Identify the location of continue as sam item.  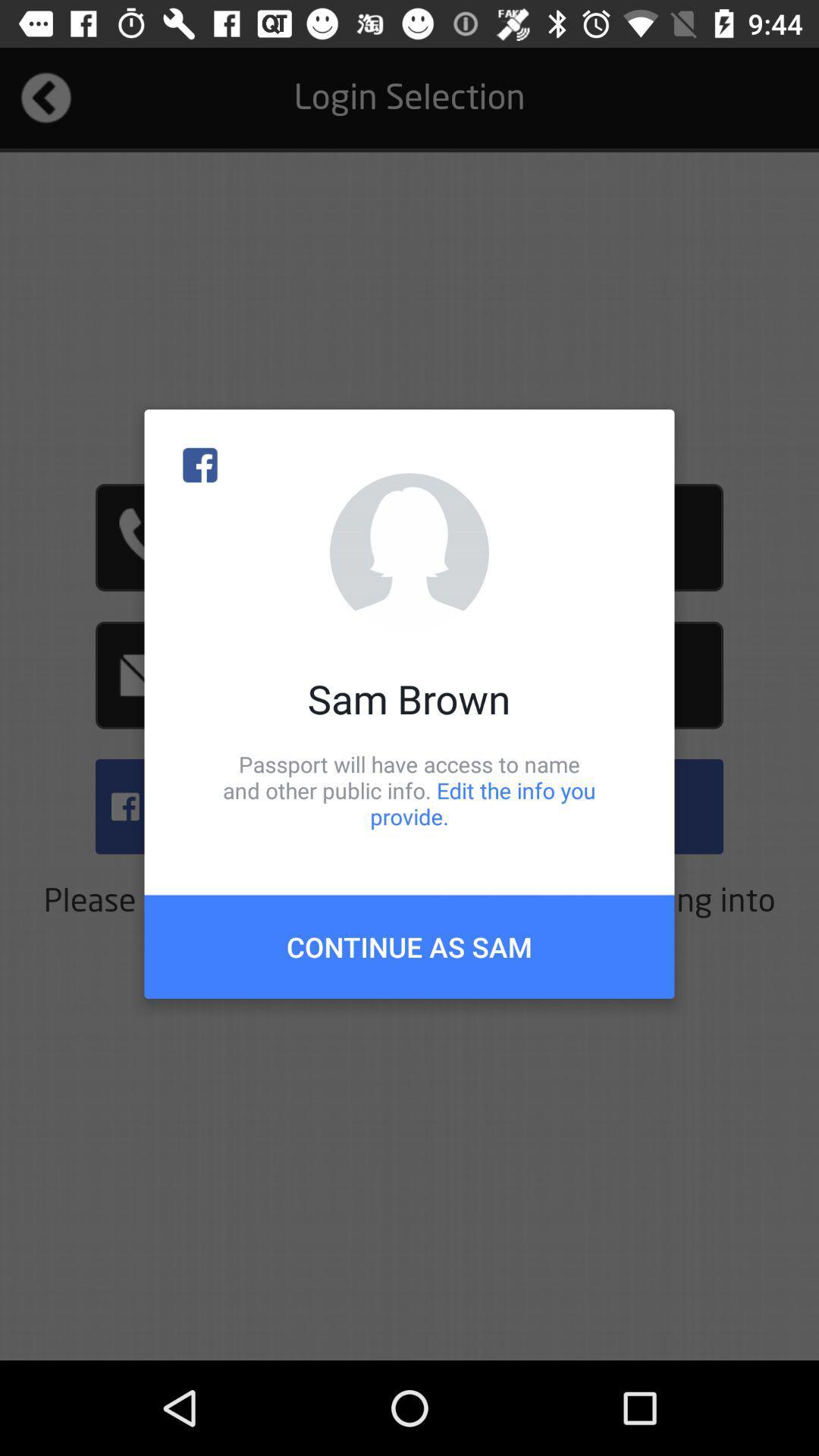
(409, 946).